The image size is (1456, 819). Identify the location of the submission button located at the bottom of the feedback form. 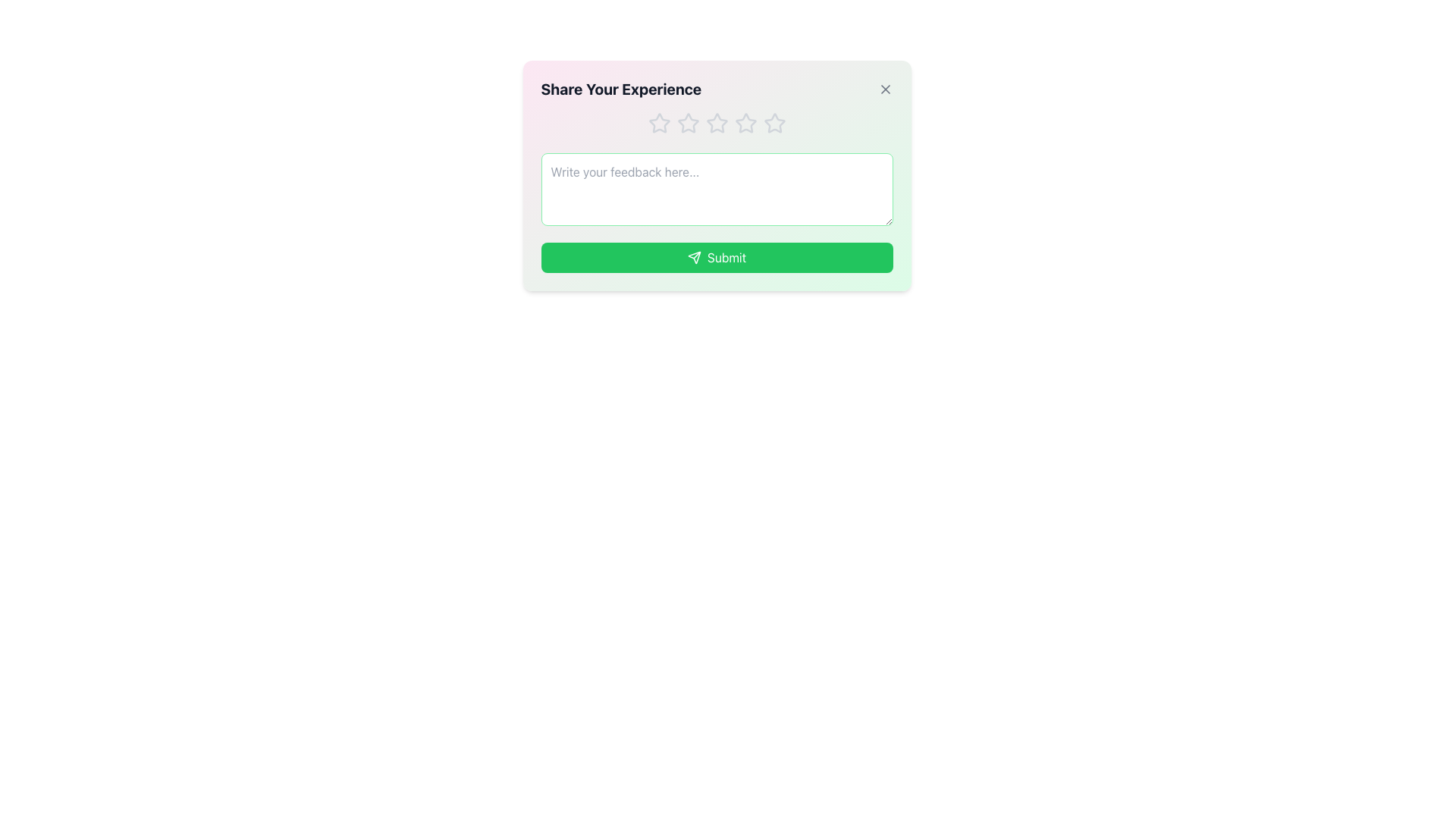
(716, 256).